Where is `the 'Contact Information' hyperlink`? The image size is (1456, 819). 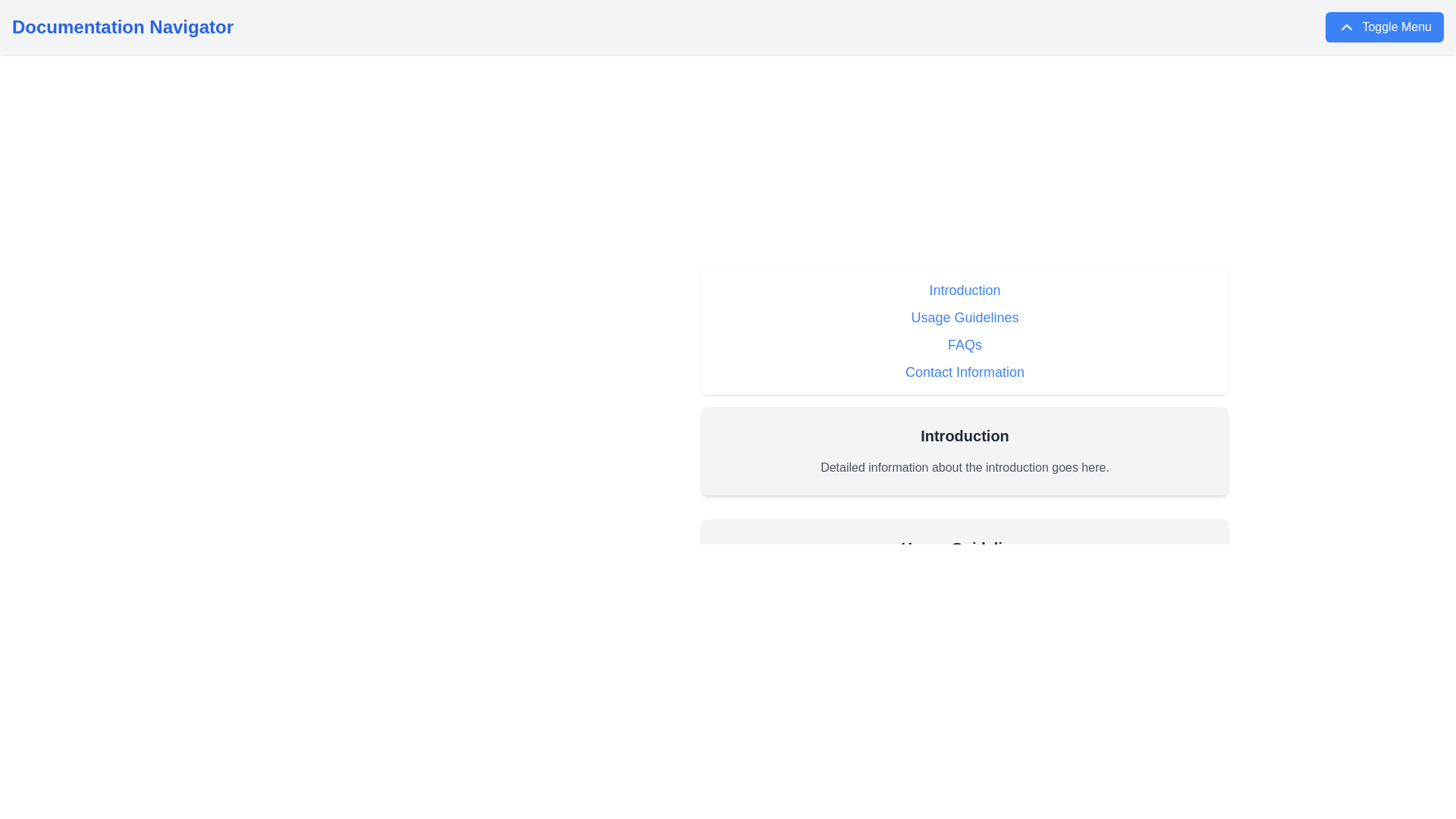
the 'Contact Information' hyperlink is located at coordinates (964, 372).